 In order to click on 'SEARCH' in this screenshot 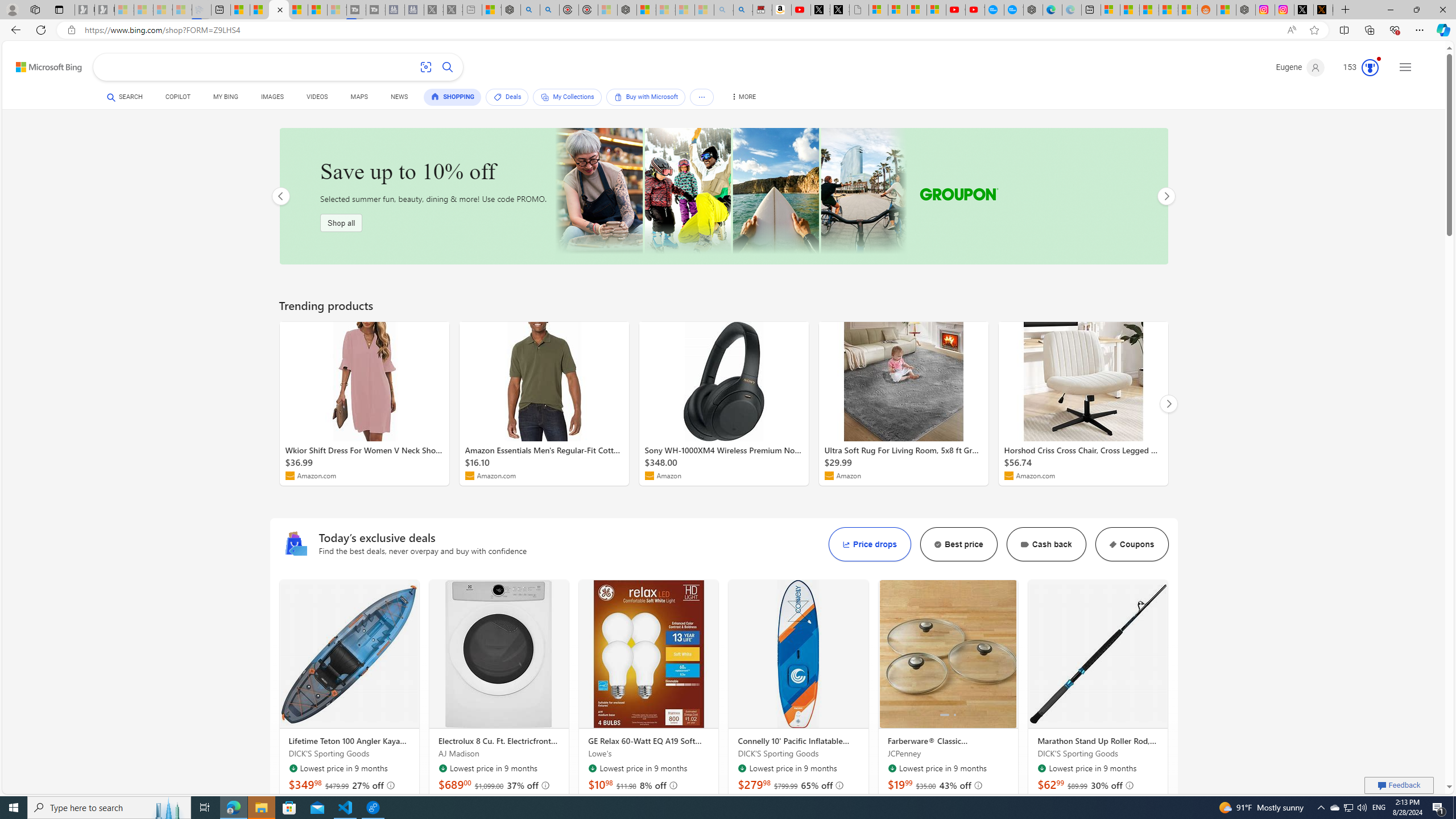, I will do `click(125, 96)`.